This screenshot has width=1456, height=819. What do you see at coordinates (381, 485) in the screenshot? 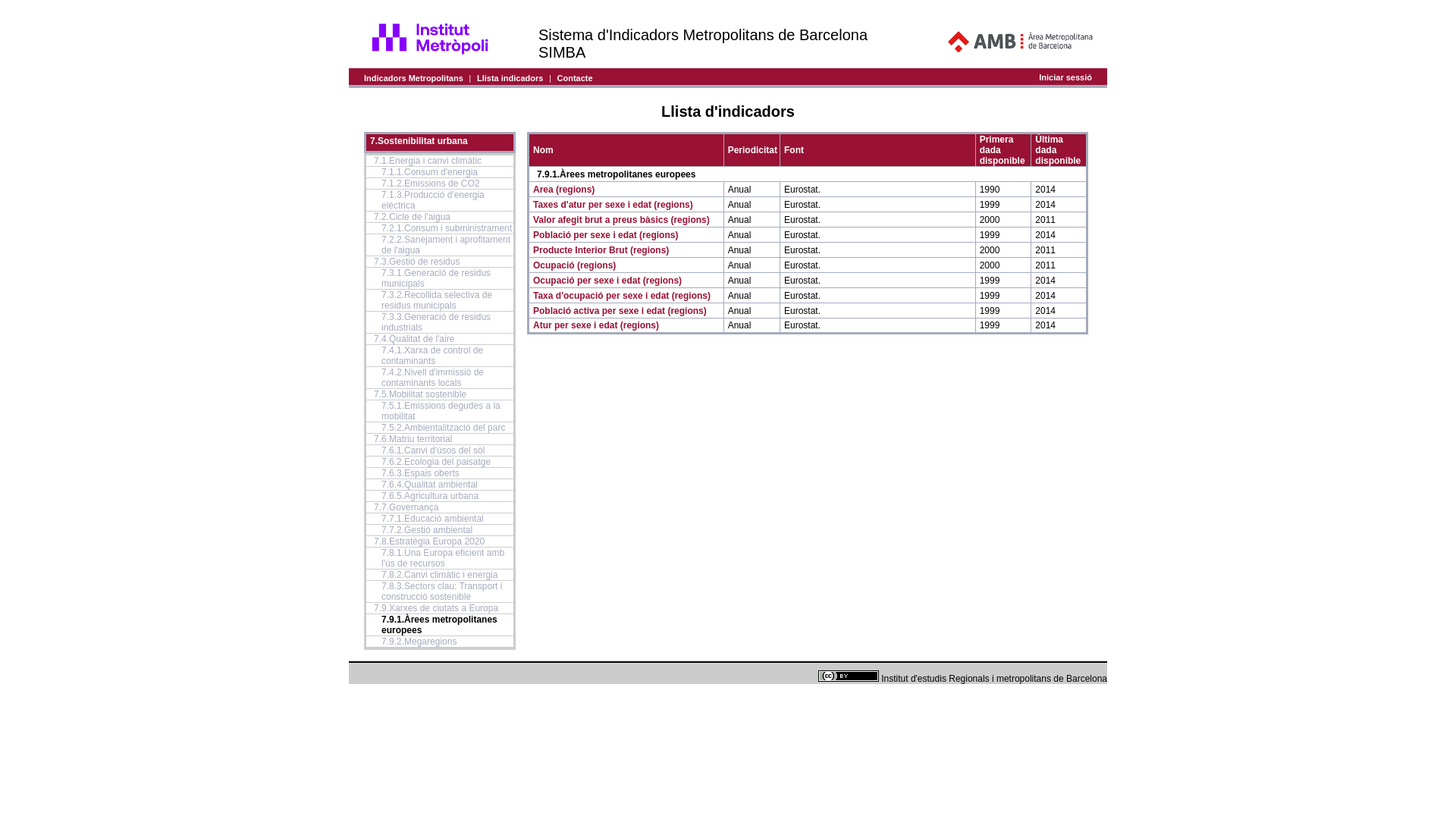
I see `'7.6.4.Qualitat ambiental'` at bounding box center [381, 485].